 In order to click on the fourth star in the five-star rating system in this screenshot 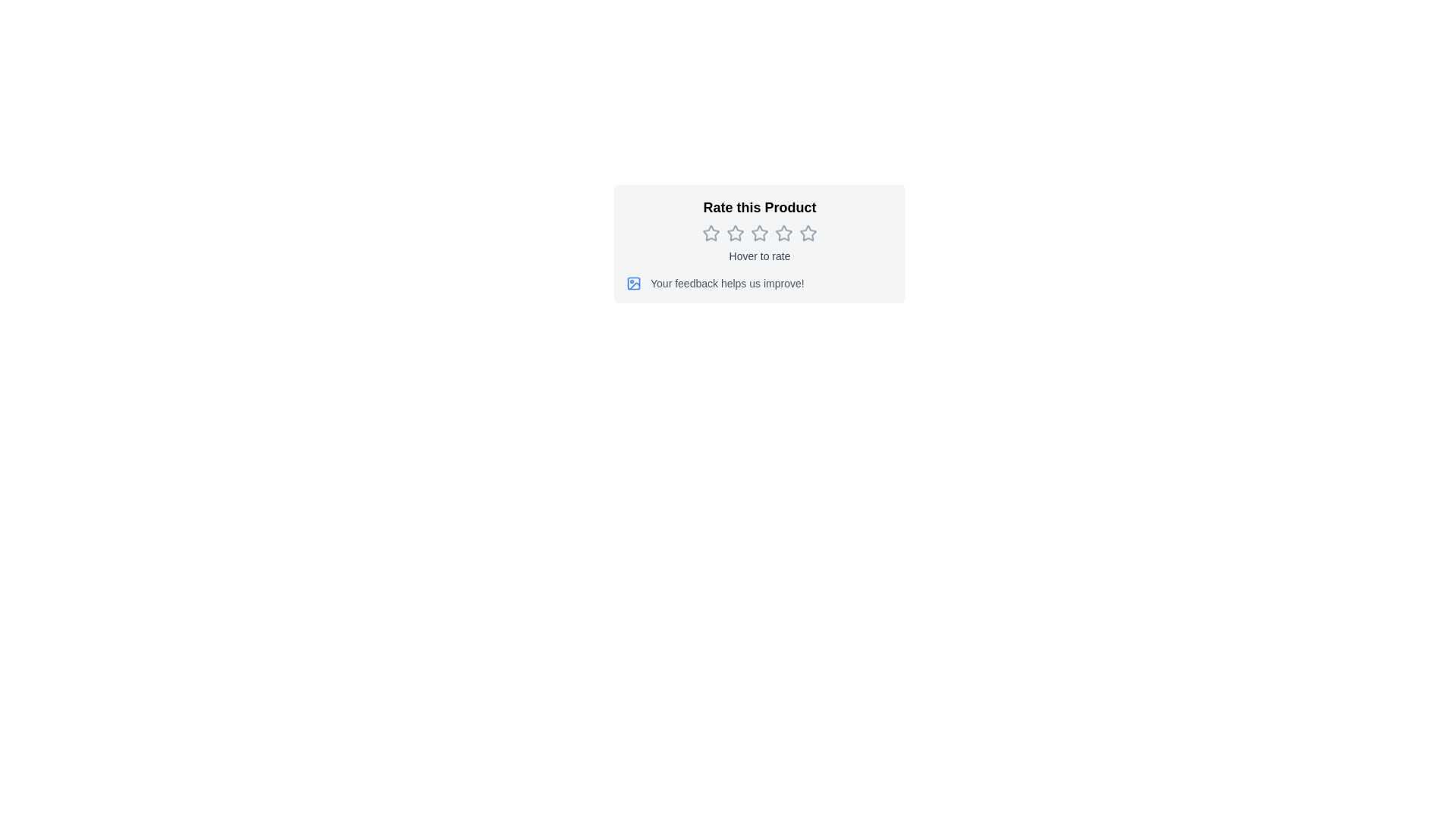, I will do `click(783, 234)`.